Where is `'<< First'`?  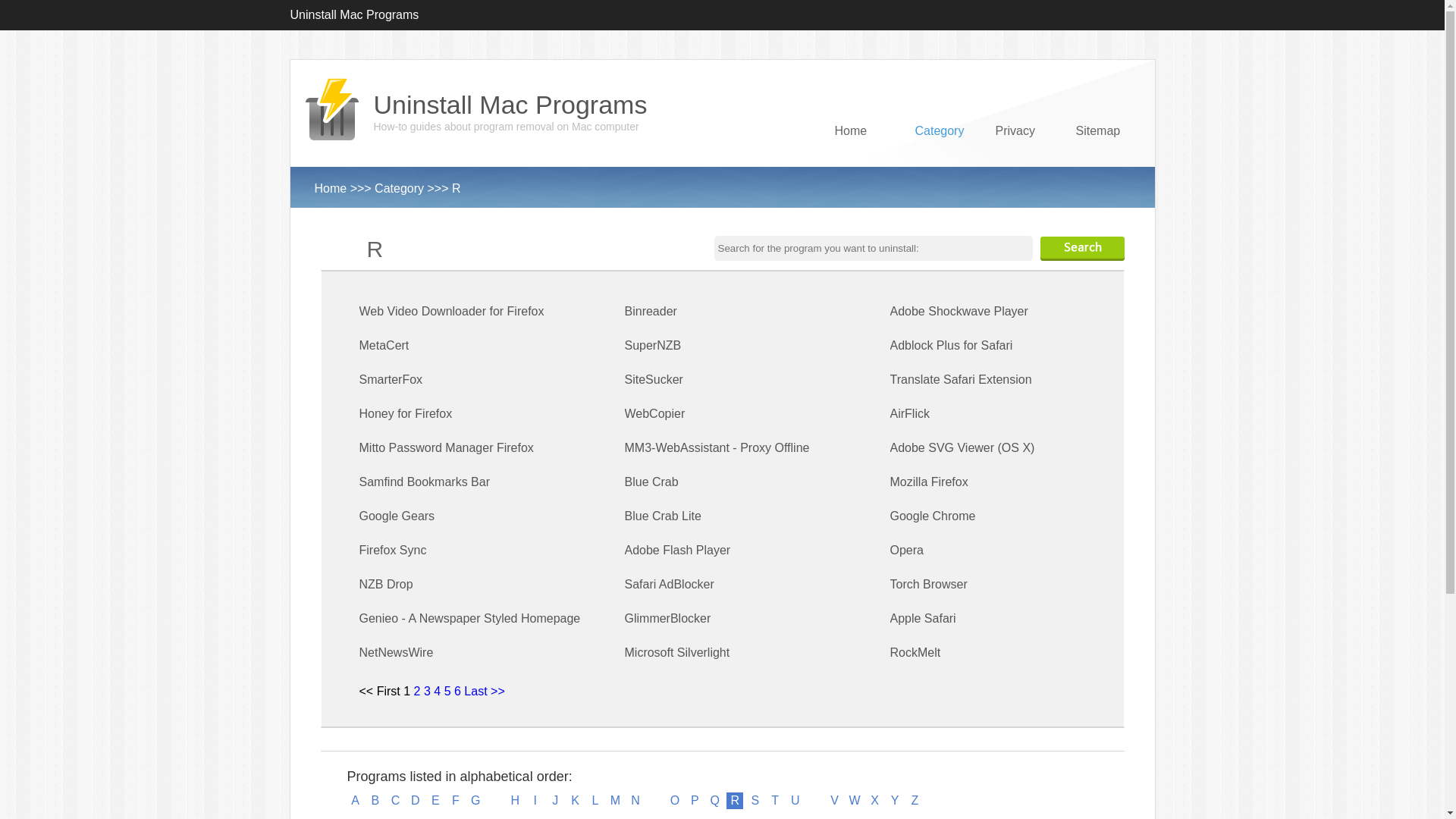 '<< First' is located at coordinates (379, 691).